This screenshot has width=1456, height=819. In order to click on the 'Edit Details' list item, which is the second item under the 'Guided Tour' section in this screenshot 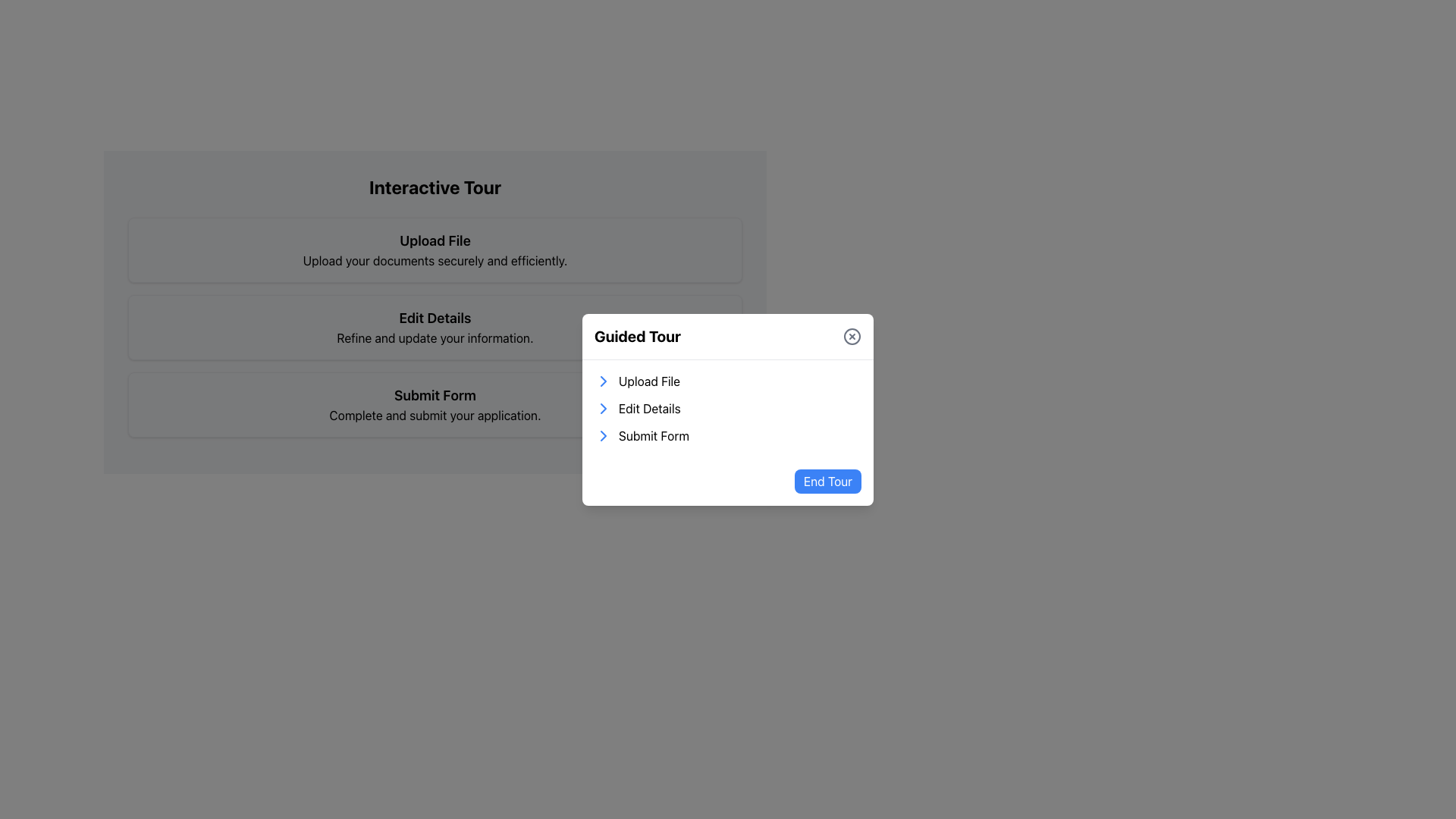, I will do `click(728, 406)`.